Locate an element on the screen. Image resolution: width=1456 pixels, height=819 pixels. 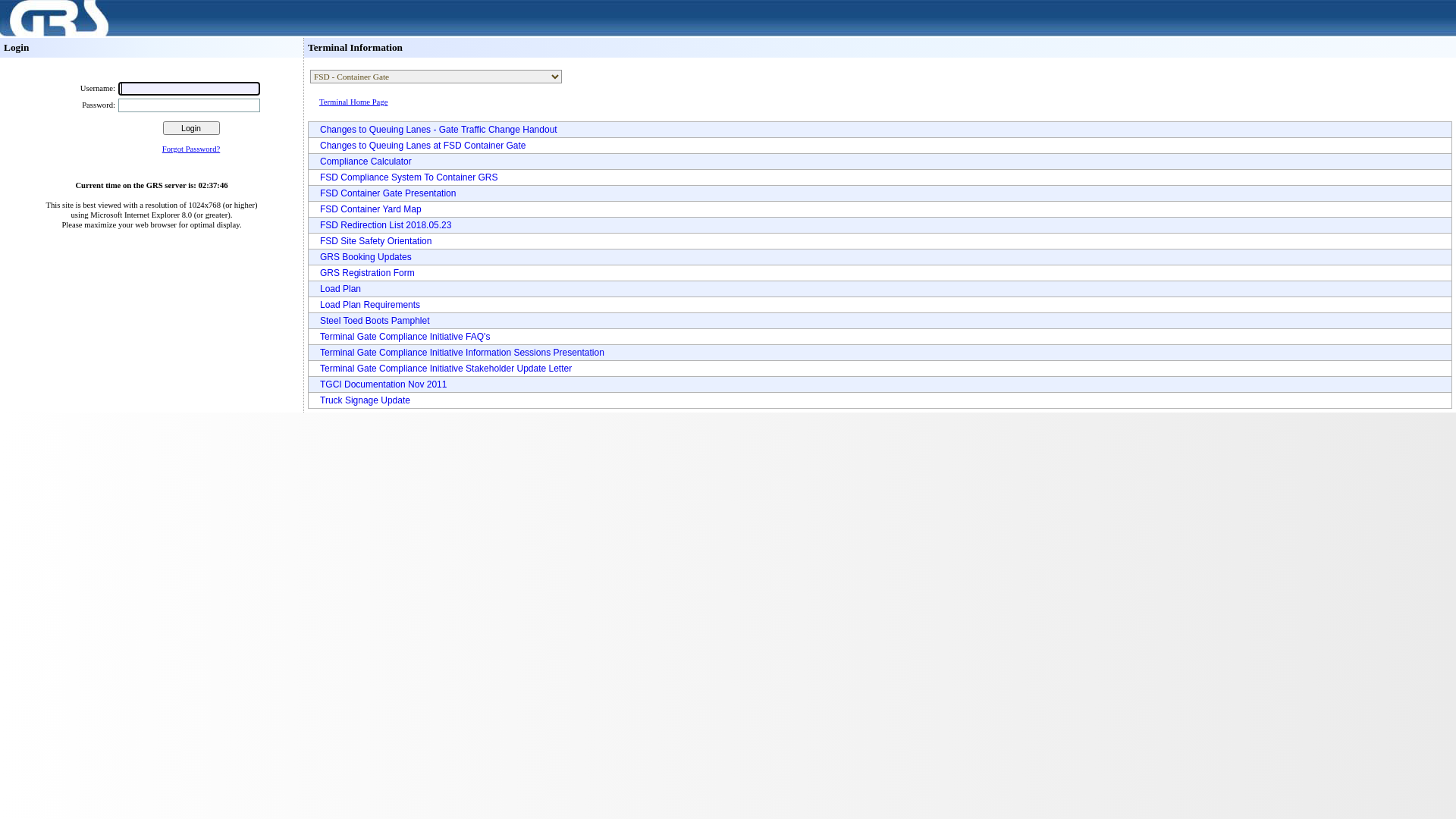
'TGCI Documentation Nov 2011' is located at coordinates (312, 383).